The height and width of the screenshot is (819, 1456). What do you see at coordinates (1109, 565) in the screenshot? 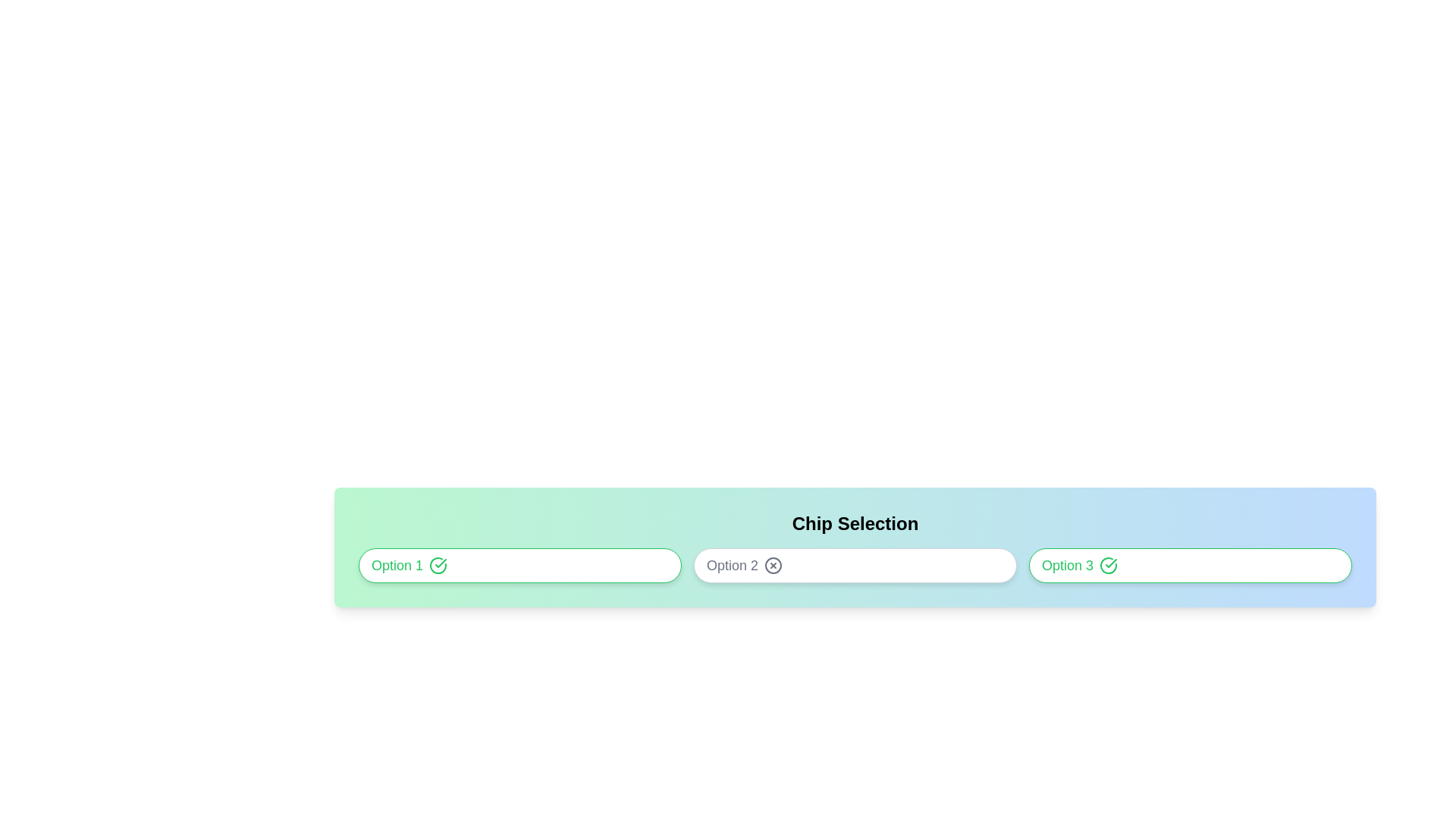
I see `the icon within the chip labeled Option 3` at bounding box center [1109, 565].